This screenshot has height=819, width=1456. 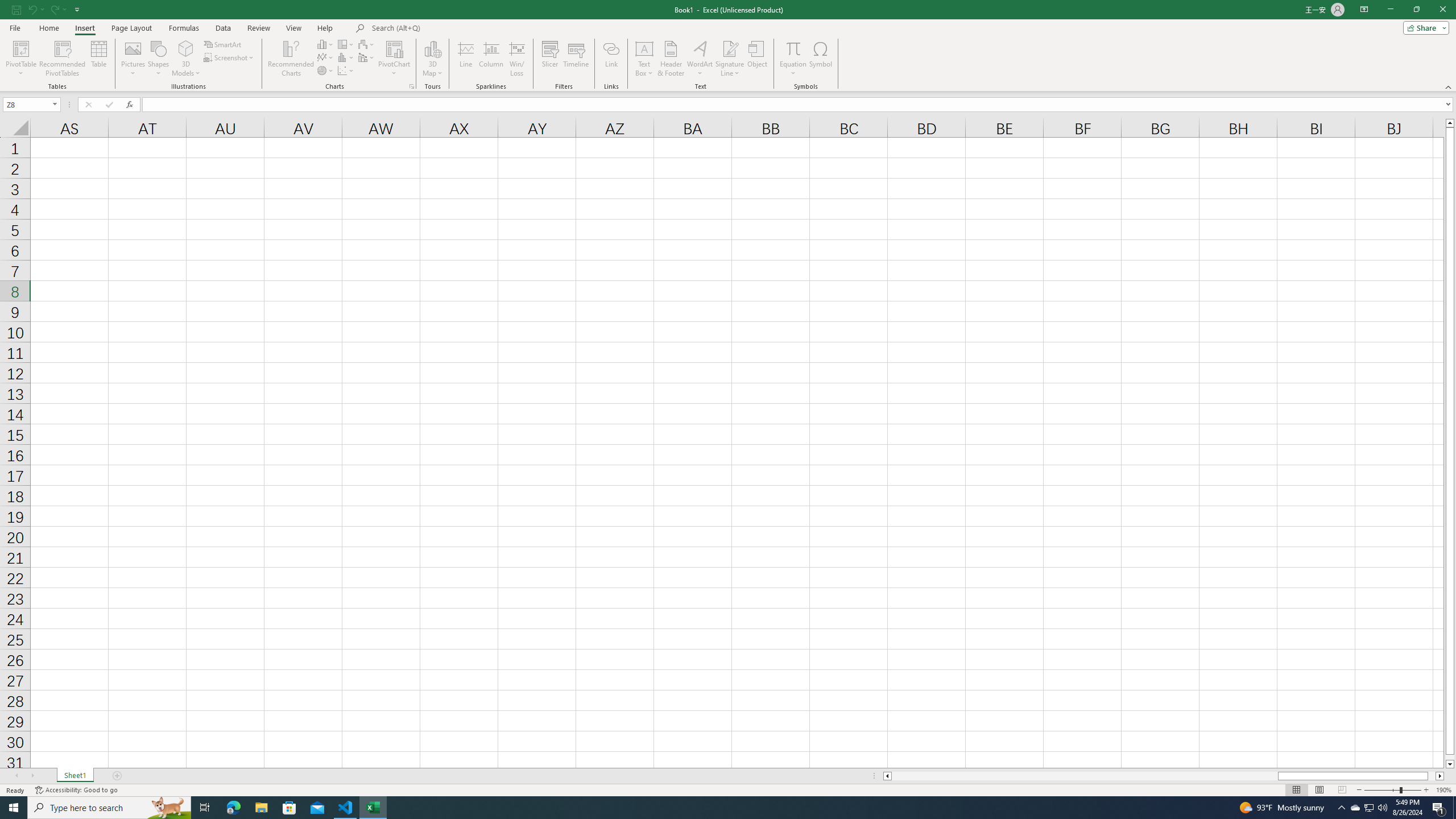 I want to click on 'Recommended PivotTables', so click(x=63, y=59).